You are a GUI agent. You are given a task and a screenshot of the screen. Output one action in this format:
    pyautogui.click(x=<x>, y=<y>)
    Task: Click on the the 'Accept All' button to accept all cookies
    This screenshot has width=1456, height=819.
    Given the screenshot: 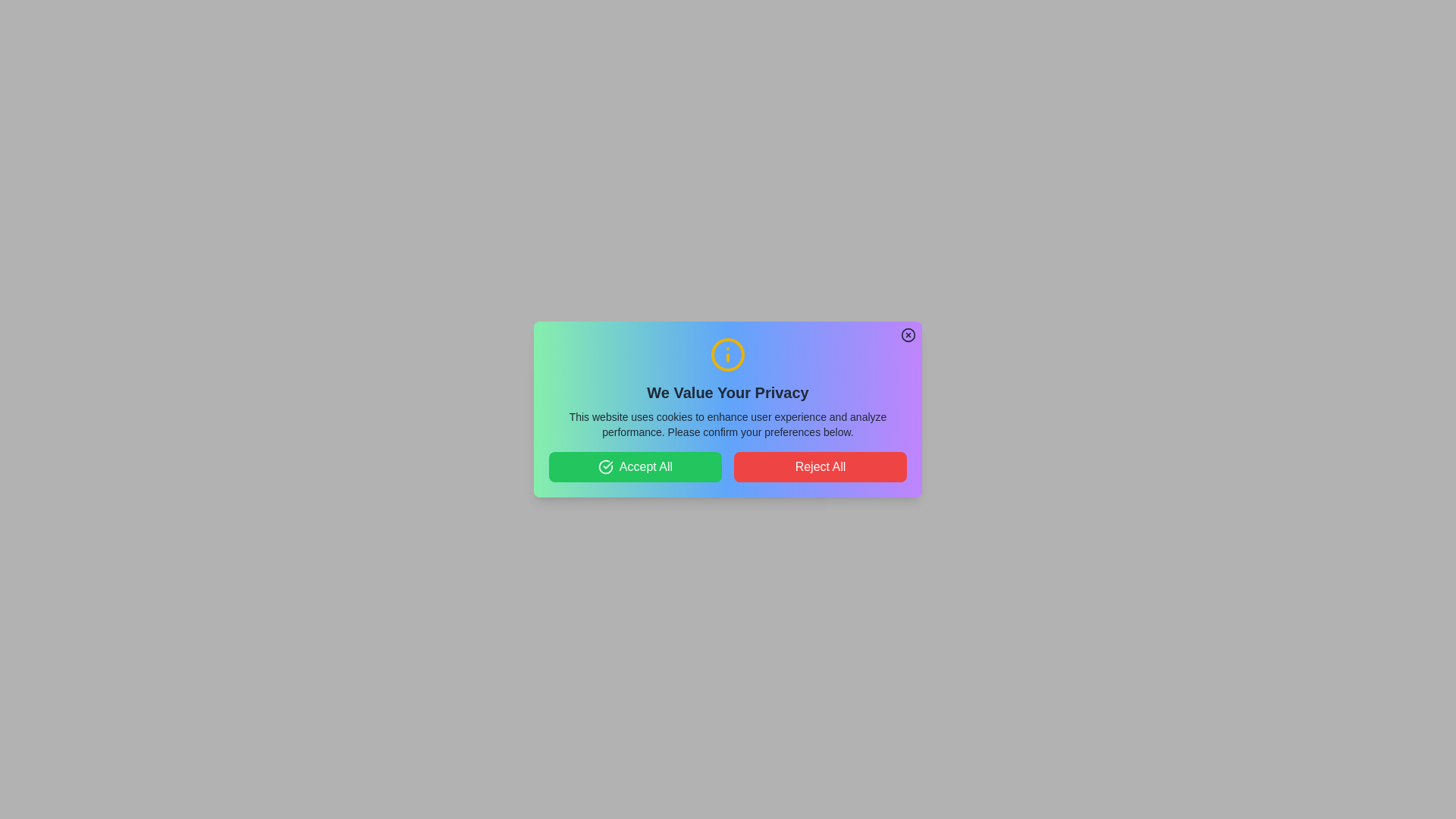 What is the action you would take?
    pyautogui.click(x=635, y=466)
    